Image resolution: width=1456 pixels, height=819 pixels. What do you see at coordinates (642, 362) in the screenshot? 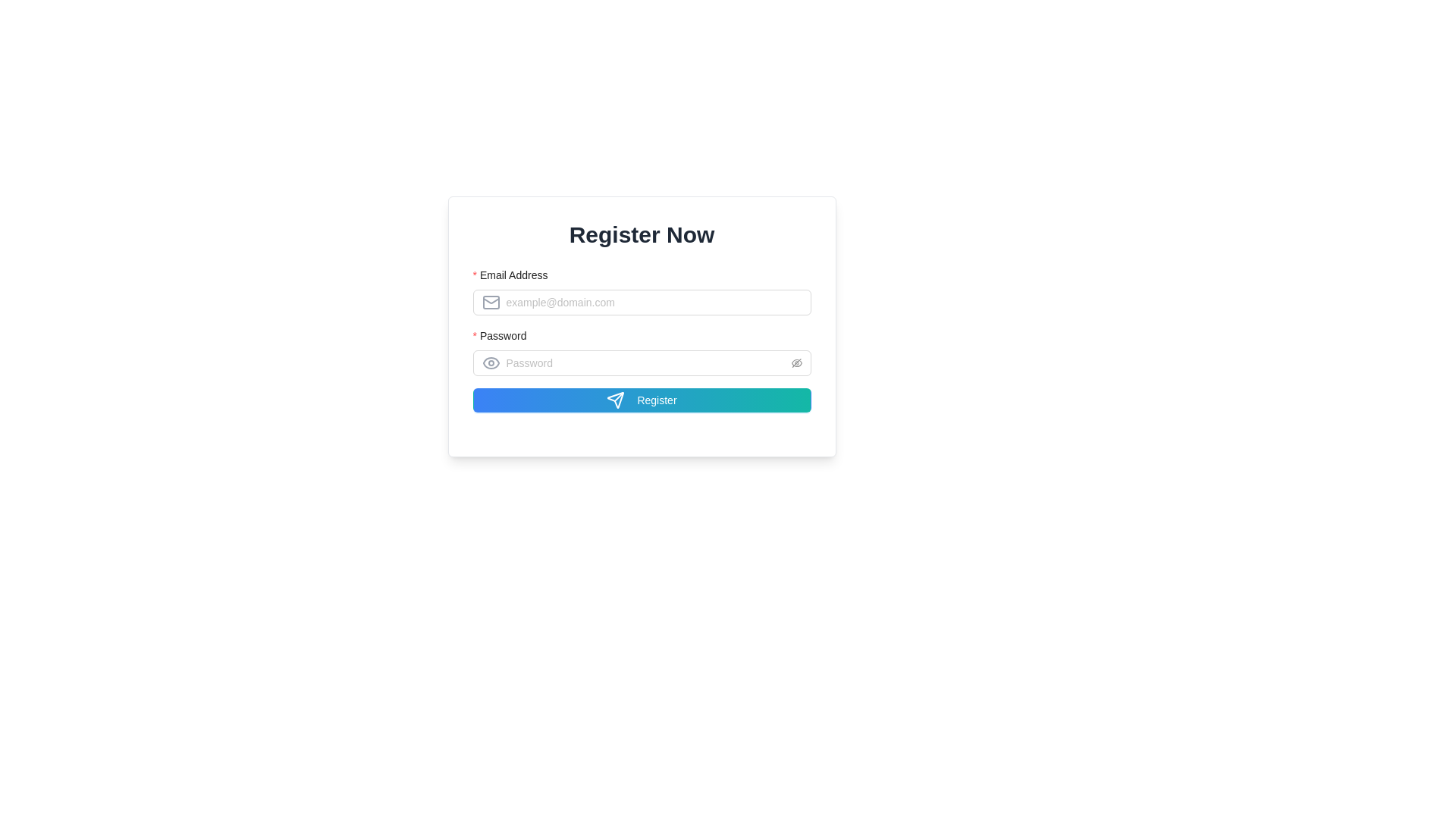
I see `to select text within the Password input field, which is located below the 'Email Address' input field in the form layout` at bounding box center [642, 362].